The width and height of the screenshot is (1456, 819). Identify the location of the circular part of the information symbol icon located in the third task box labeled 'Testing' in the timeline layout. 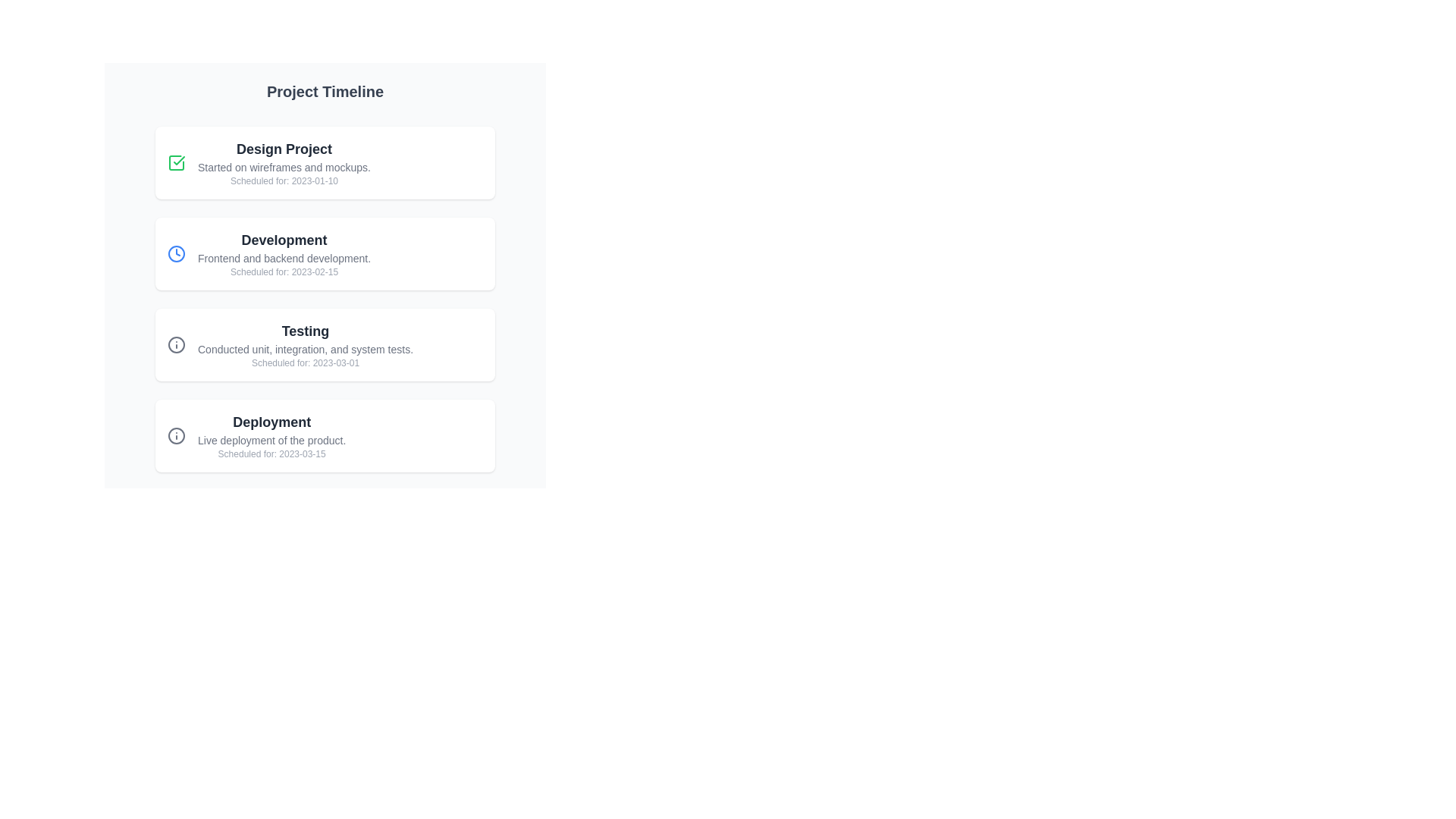
(177, 435).